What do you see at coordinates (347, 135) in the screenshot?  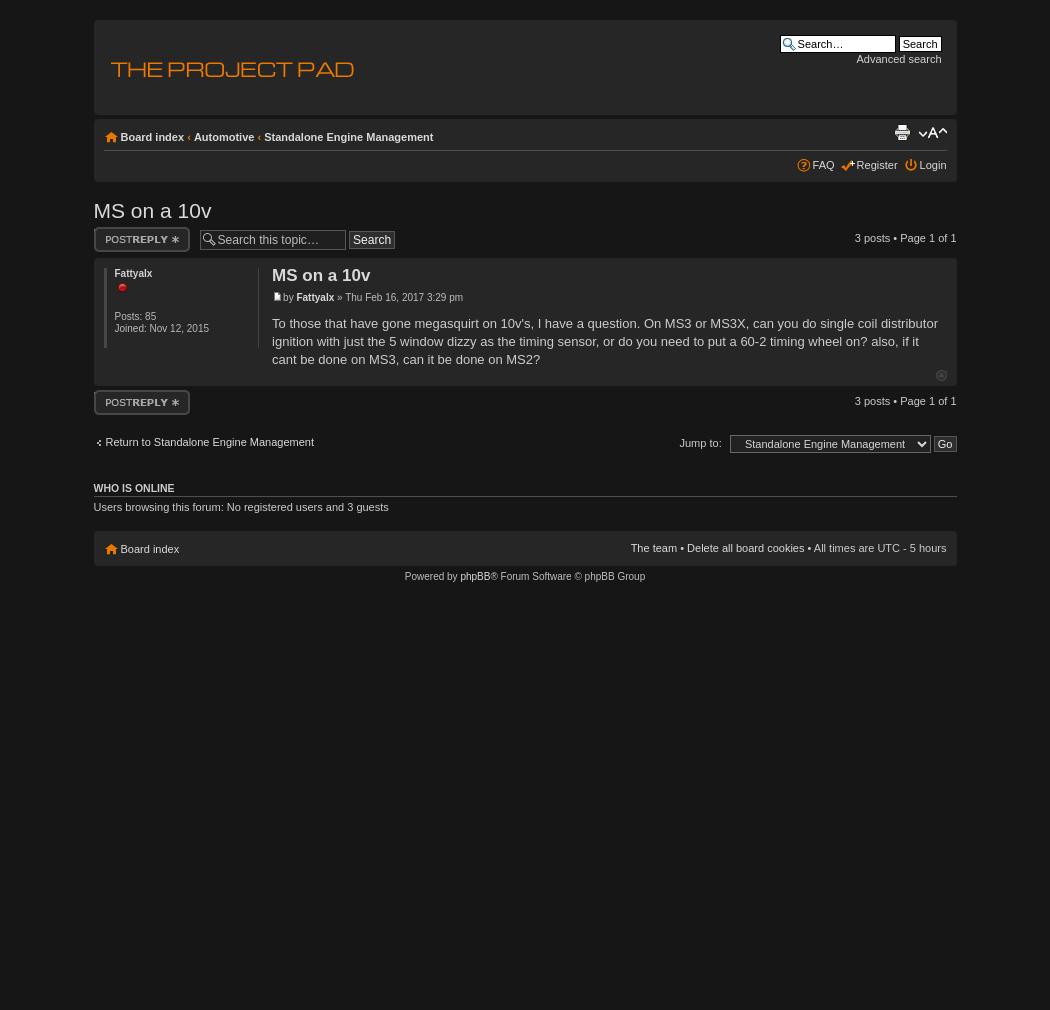 I see `'Standalone Engine Management'` at bounding box center [347, 135].